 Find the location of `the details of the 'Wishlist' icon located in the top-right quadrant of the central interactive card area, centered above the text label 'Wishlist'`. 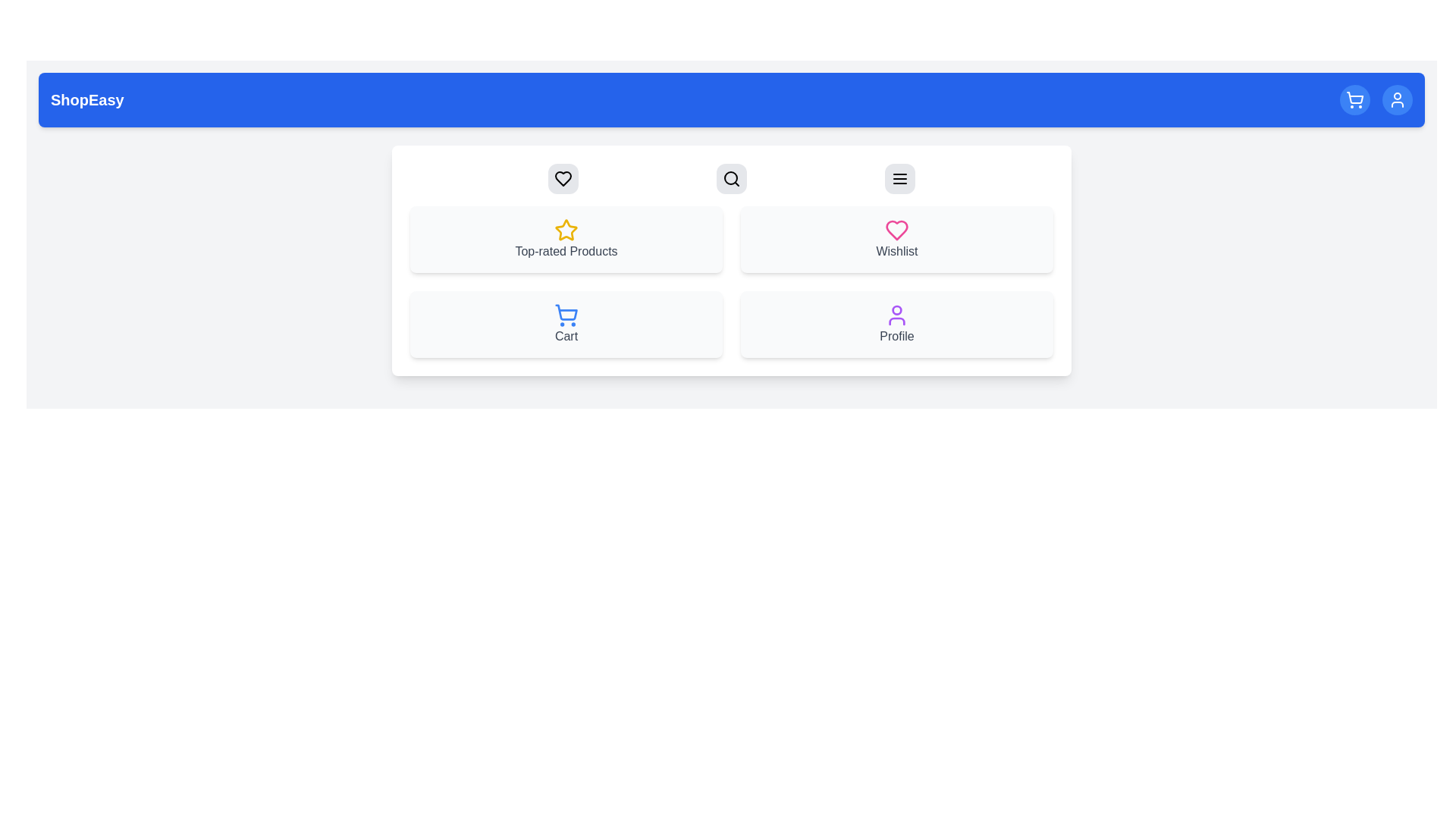

the details of the 'Wishlist' icon located in the top-right quadrant of the central interactive card area, centered above the text label 'Wishlist' is located at coordinates (896, 231).